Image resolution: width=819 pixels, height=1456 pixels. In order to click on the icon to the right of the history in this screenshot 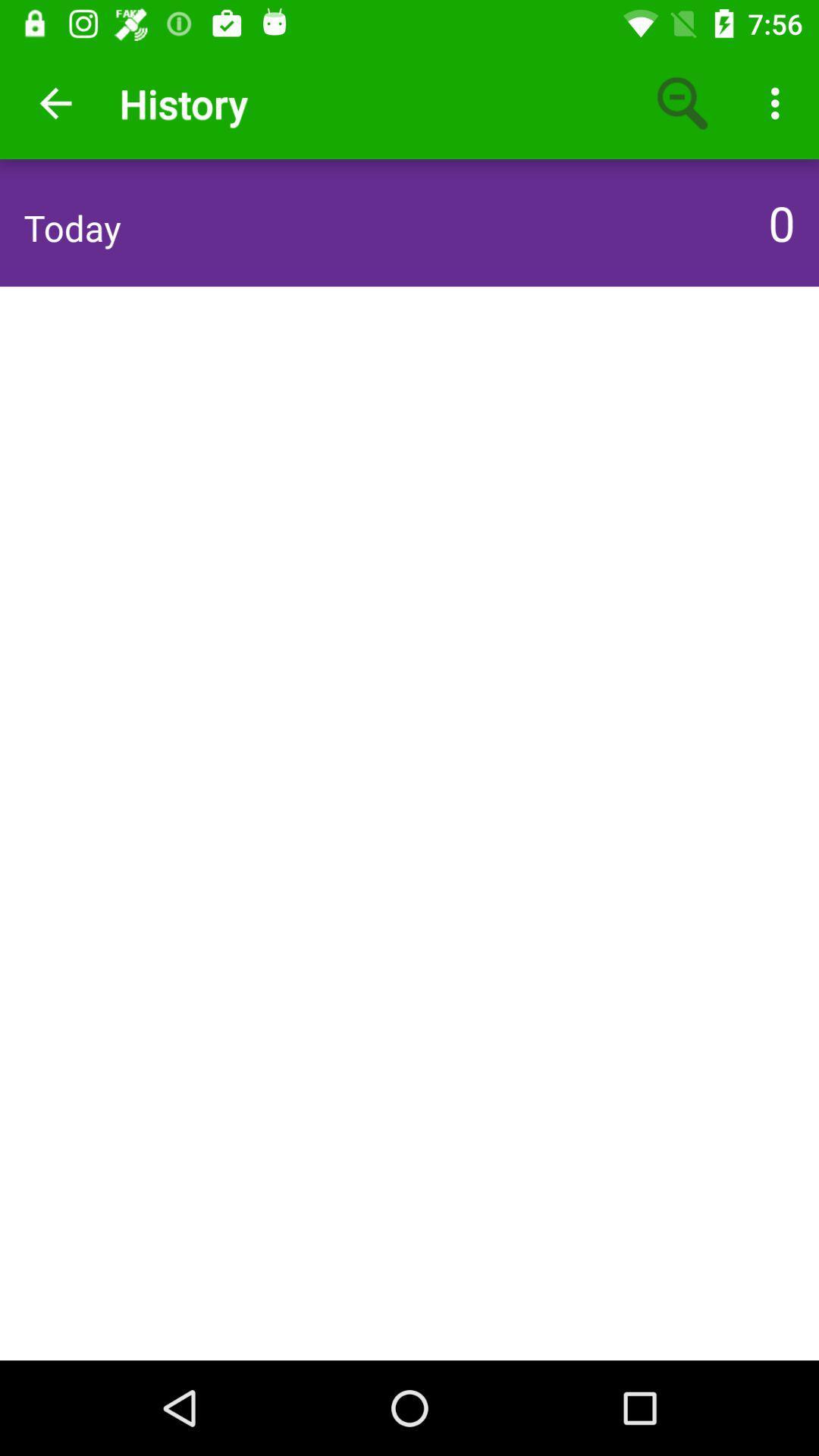, I will do `click(683, 102)`.